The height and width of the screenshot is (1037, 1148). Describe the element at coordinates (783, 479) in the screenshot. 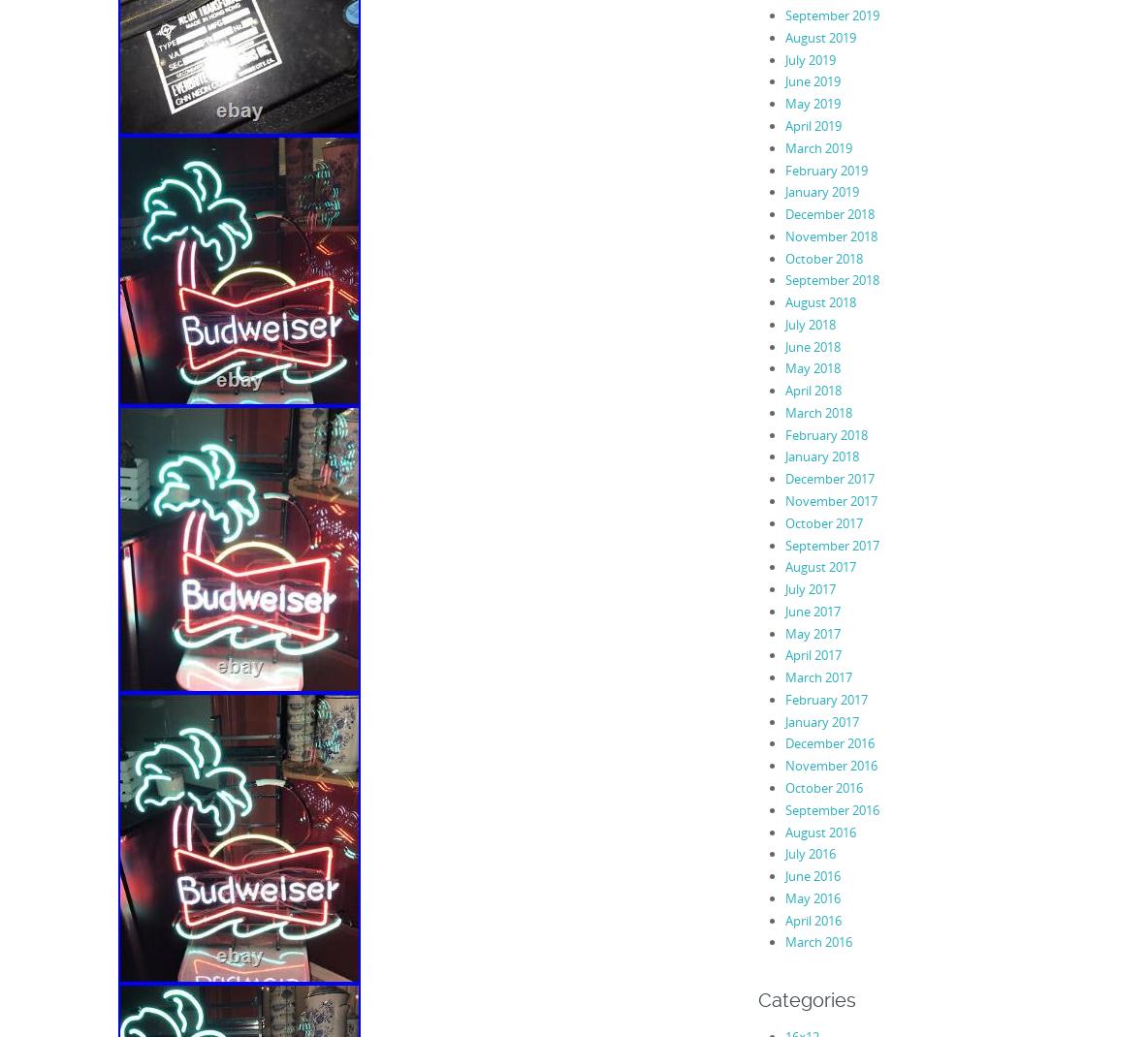

I see `'December 2017'` at that location.